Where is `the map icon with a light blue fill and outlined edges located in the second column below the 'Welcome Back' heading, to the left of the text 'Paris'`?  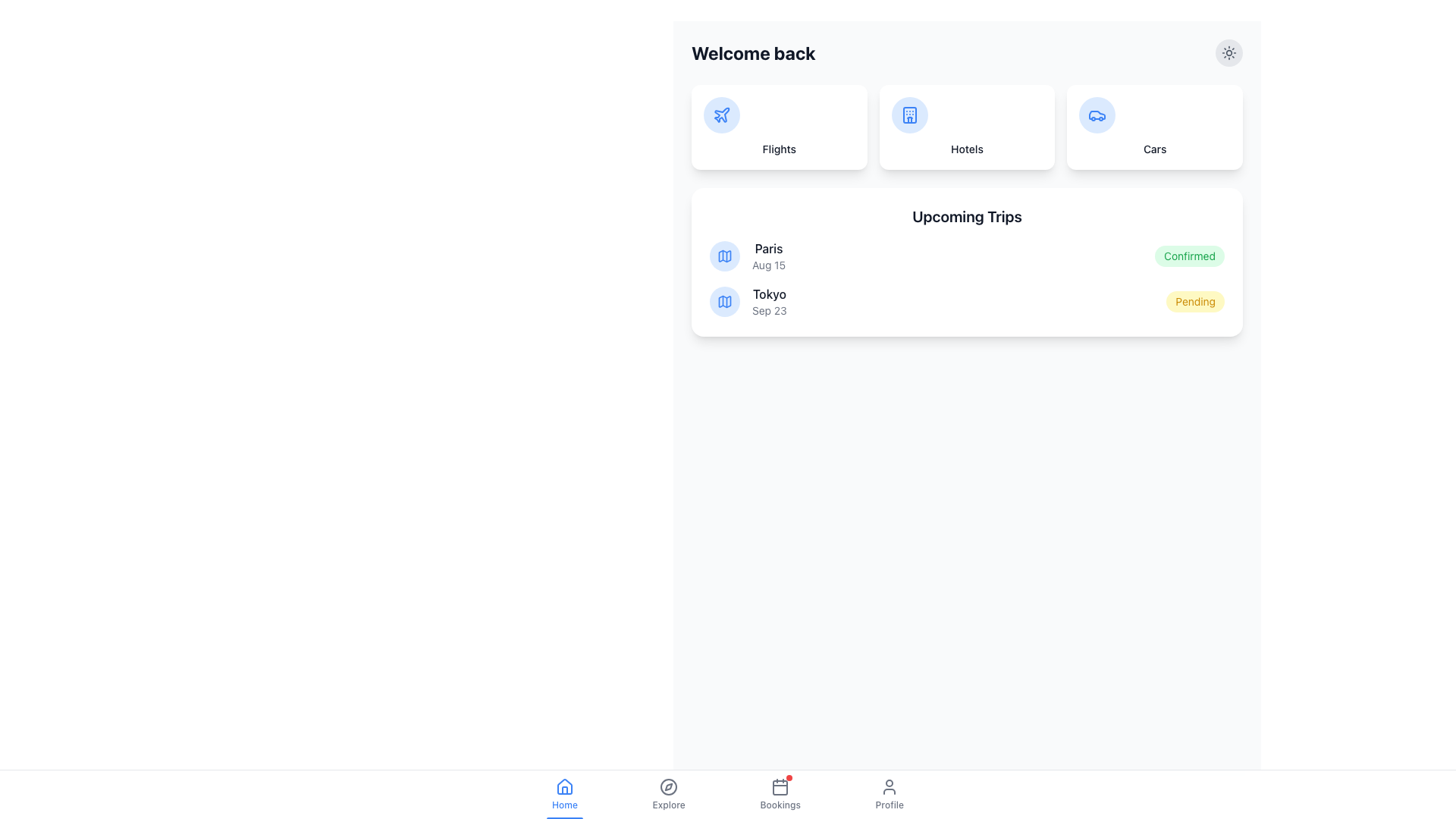 the map icon with a light blue fill and outlined edges located in the second column below the 'Welcome Back' heading, to the left of the text 'Paris' is located at coordinates (723, 301).